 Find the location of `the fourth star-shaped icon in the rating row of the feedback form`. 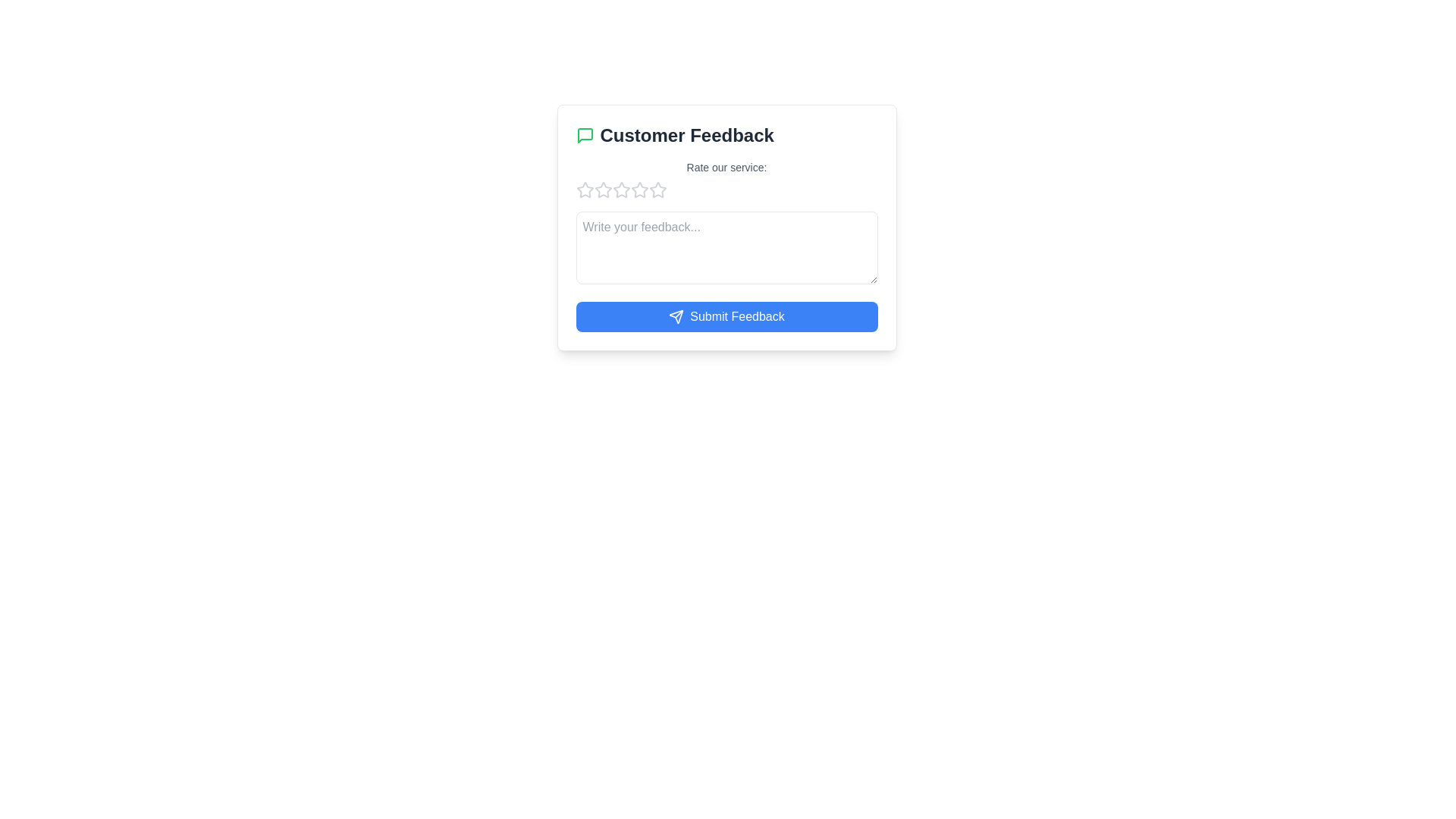

the fourth star-shaped icon in the rating row of the feedback form is located at coordinates (639, 189).